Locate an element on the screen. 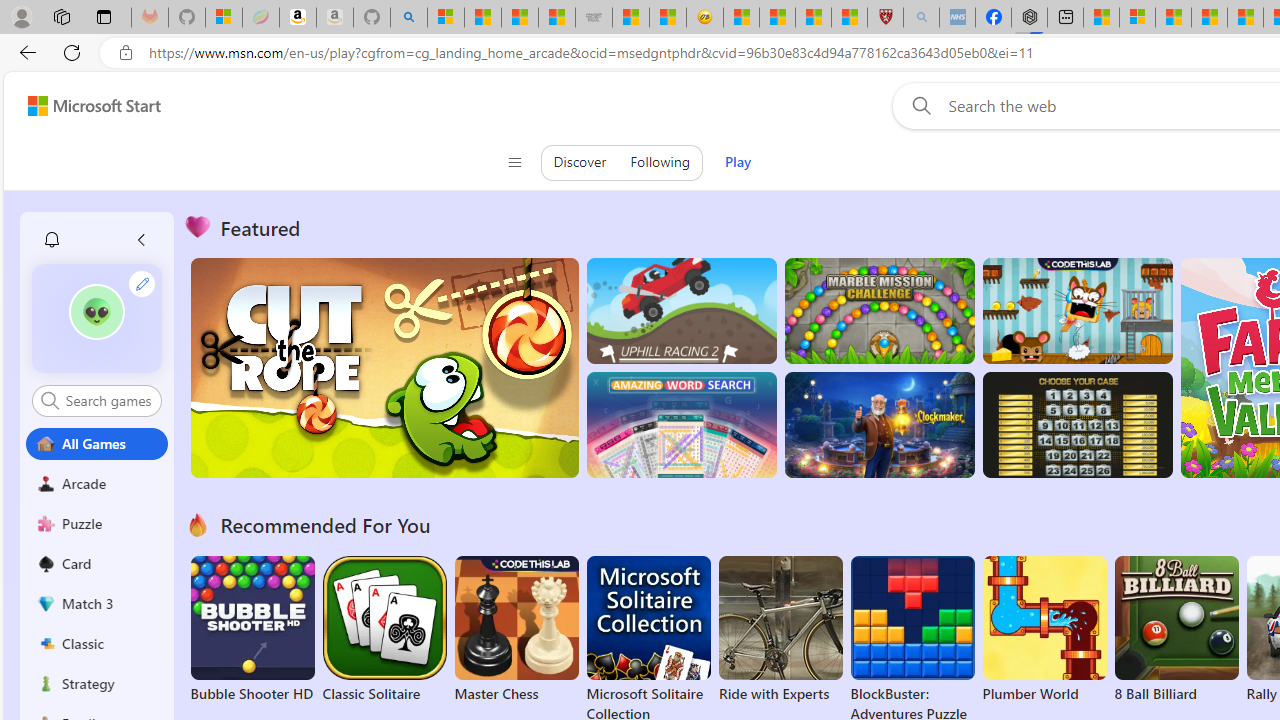  'Deal or No Deal' is located at coordinates (1076, 424).